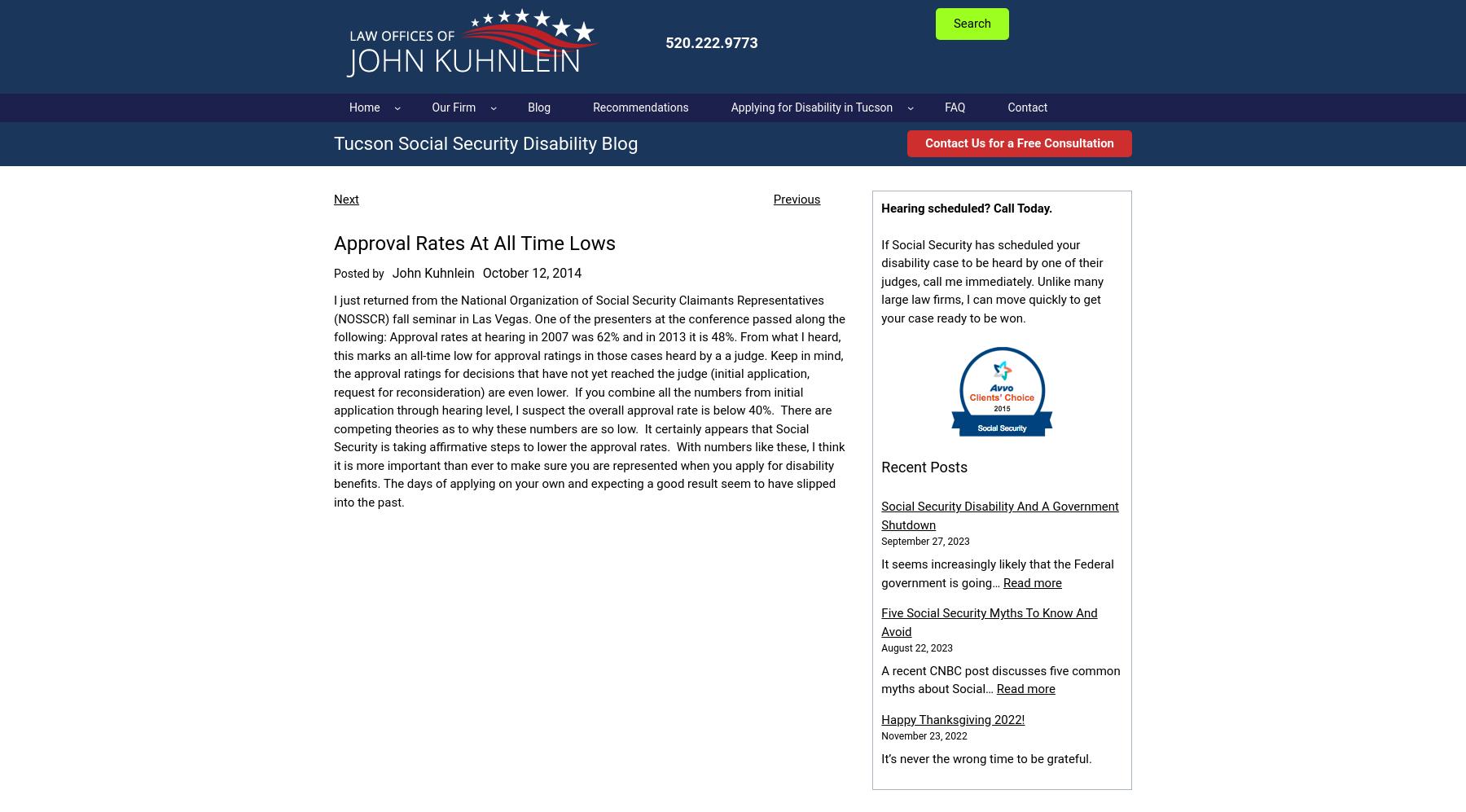 The image size is (1466, 812). Describe the element at coordinates (952, 24) in the screenshot. I see `'Search'` at that location.